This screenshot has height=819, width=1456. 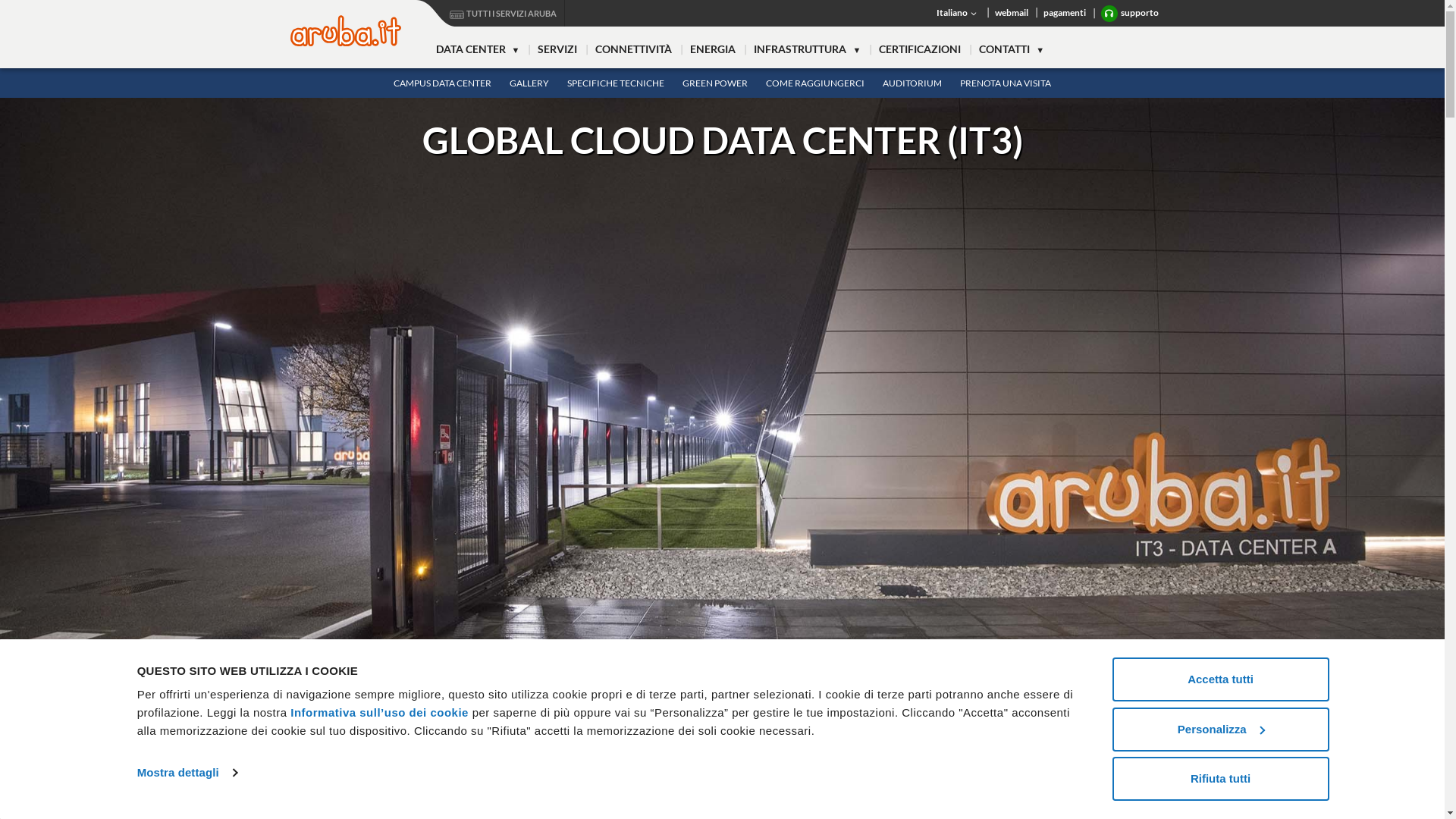 What do you see at coordinates (529, 83) in the screenshot?
I see `'GALLERY'` at bounding box center [529, 83].